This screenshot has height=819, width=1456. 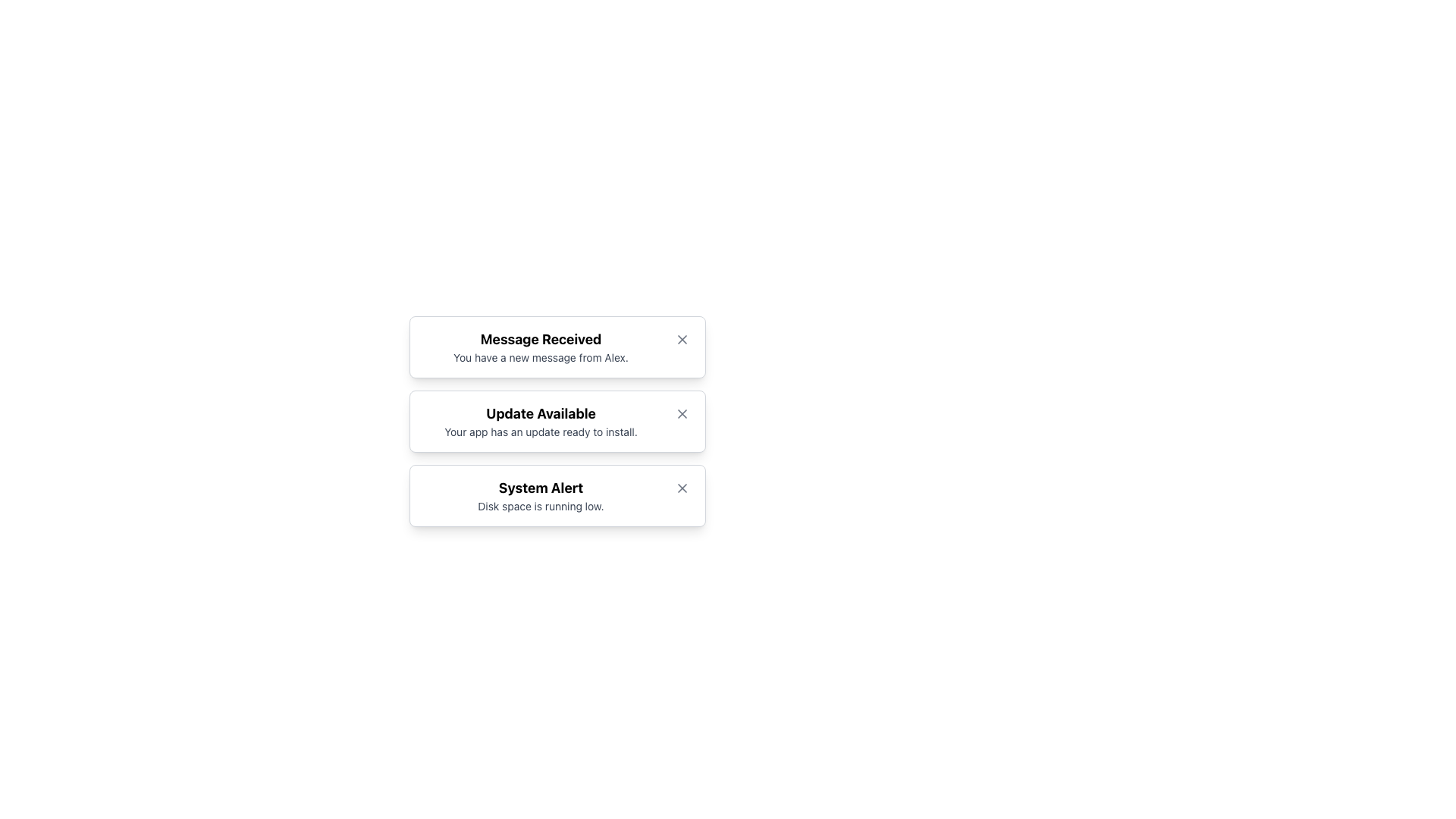 I want to click on the close button icon (SVG 'X') located at the top-right of the 'Message Received' notification card, so click(x=682, y=338).